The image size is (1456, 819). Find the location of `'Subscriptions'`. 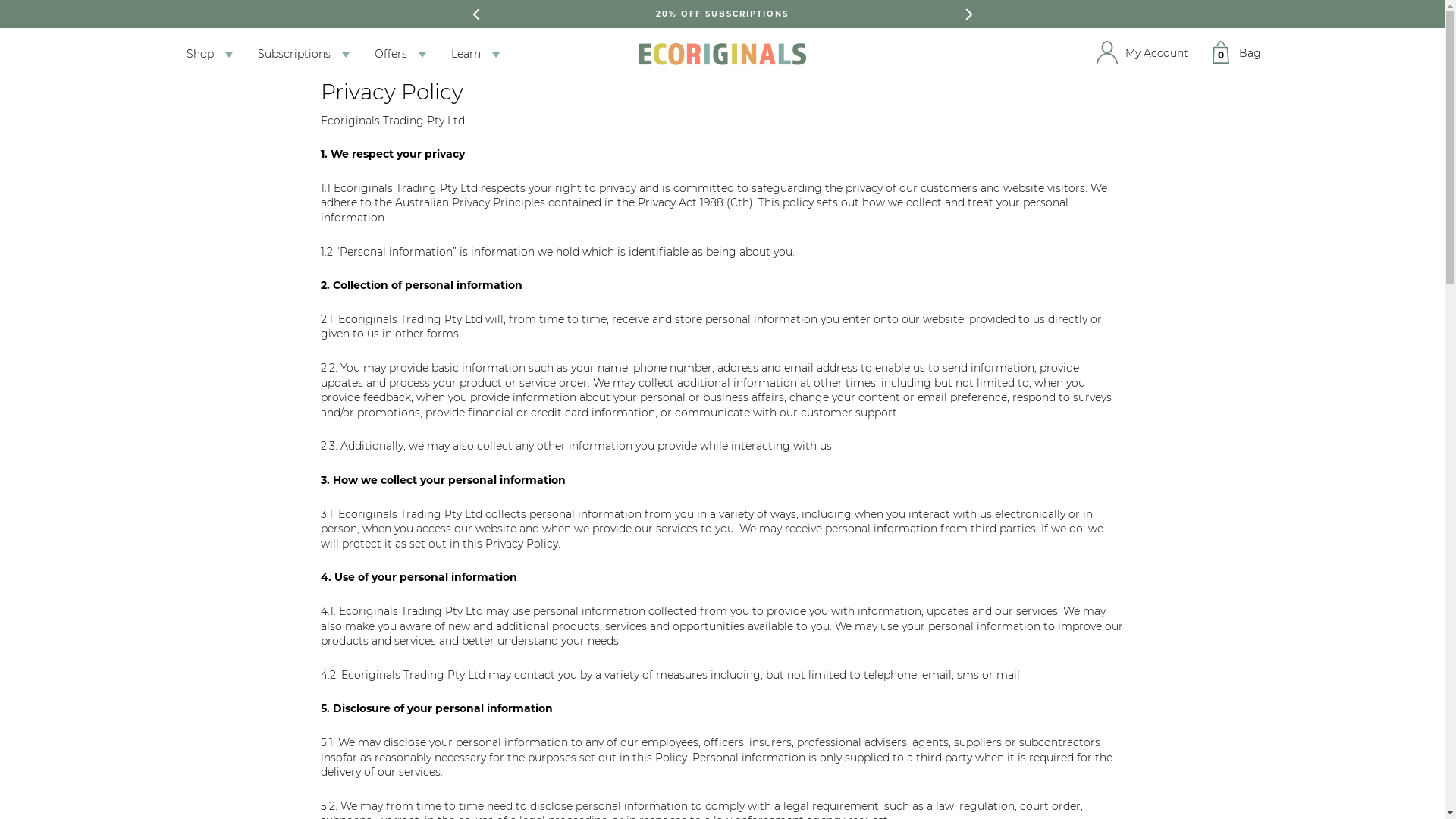

'Subscriptions' is located at coordinates (246, 53).